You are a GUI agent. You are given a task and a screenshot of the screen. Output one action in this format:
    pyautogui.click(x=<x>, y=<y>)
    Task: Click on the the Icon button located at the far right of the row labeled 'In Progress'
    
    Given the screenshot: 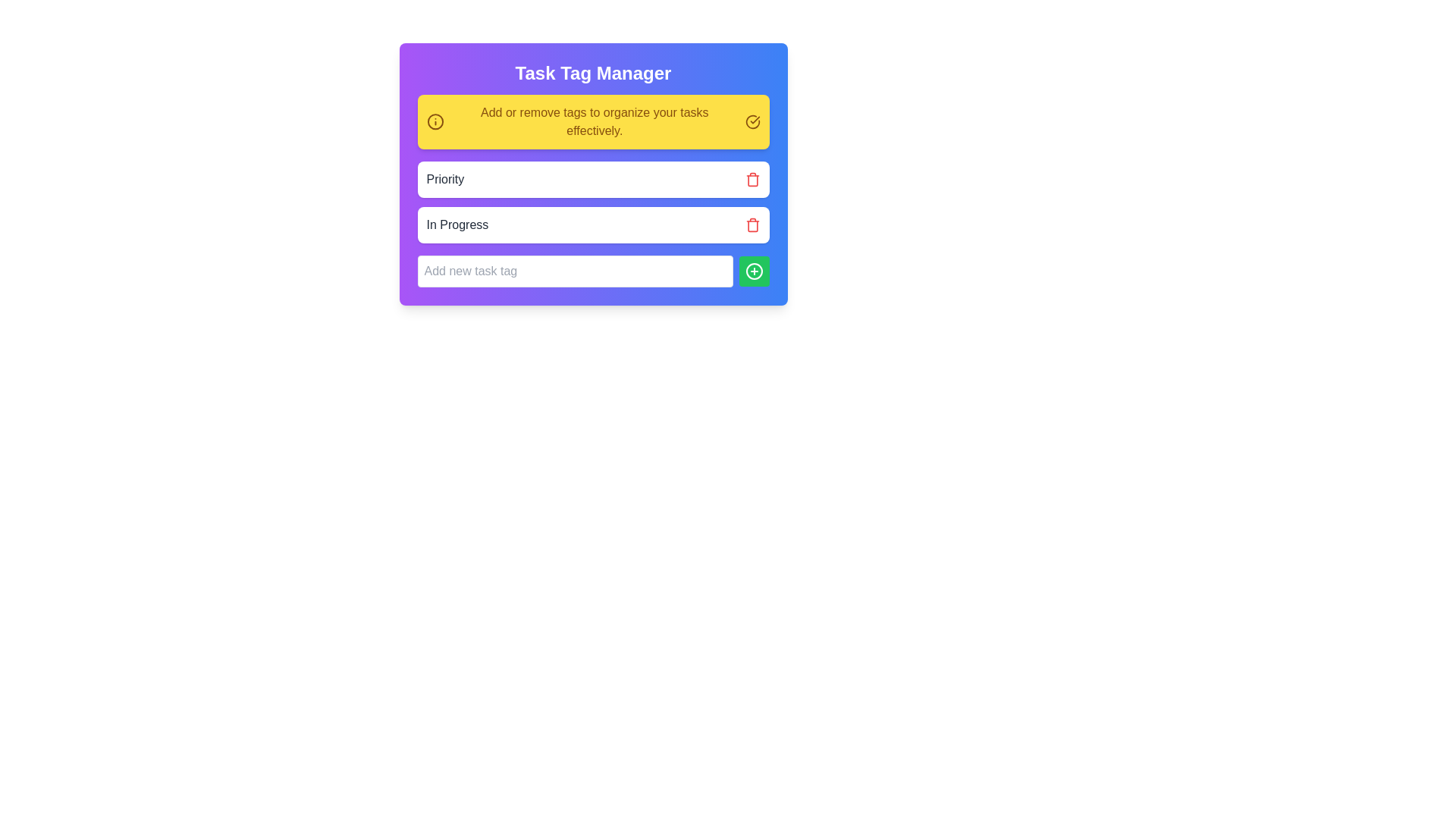 What is the action you would take?
    pyautogui.click(x=752, y=225)
    